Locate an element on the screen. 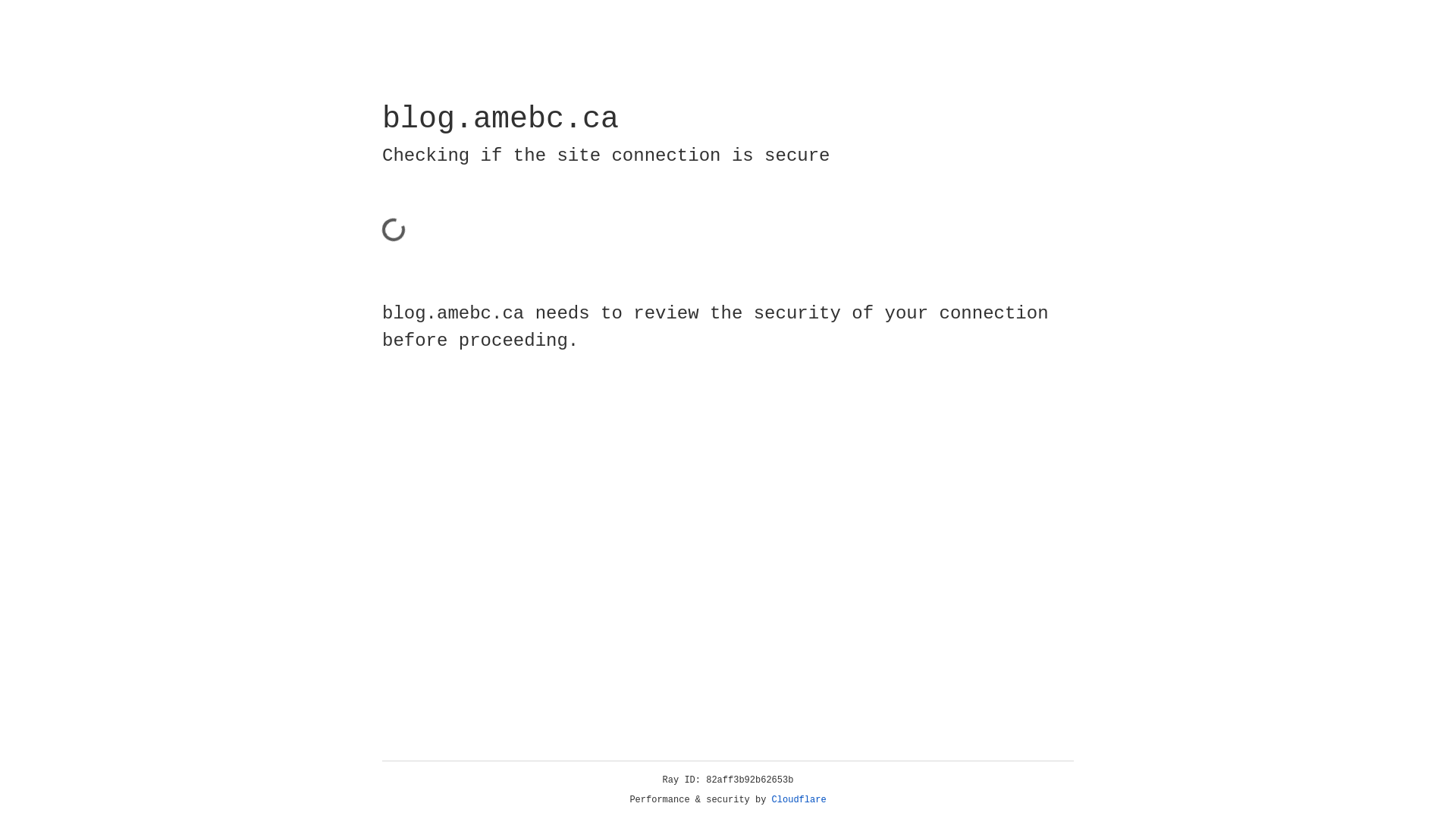 This screenshot has width=1456, height=819. 'Cloudflare' is located at coordinates (771, 799).